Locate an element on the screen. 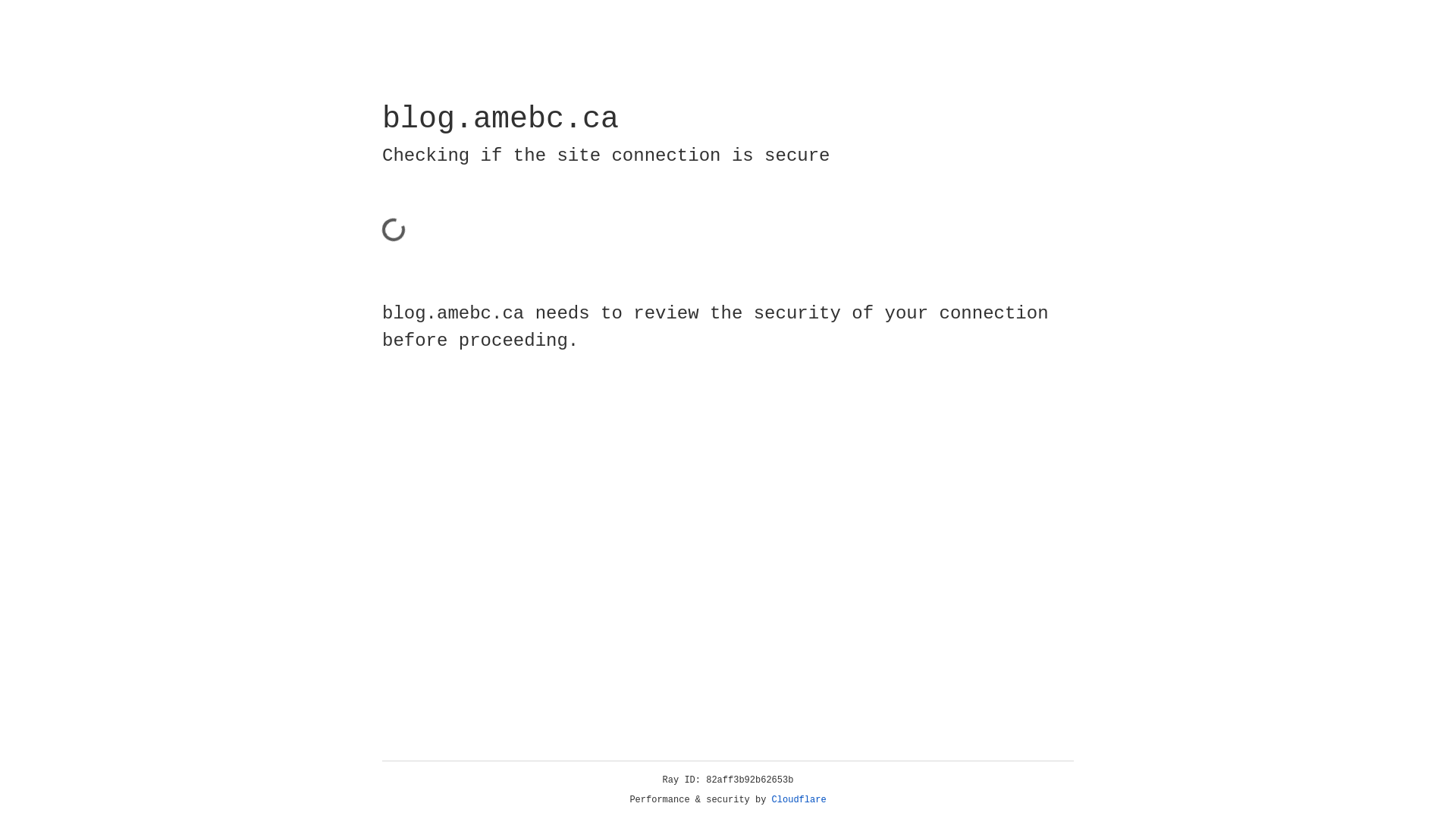 This screenshot has width=1456, height=819. 'Cloudflare' is located at coordinates (771, 799).